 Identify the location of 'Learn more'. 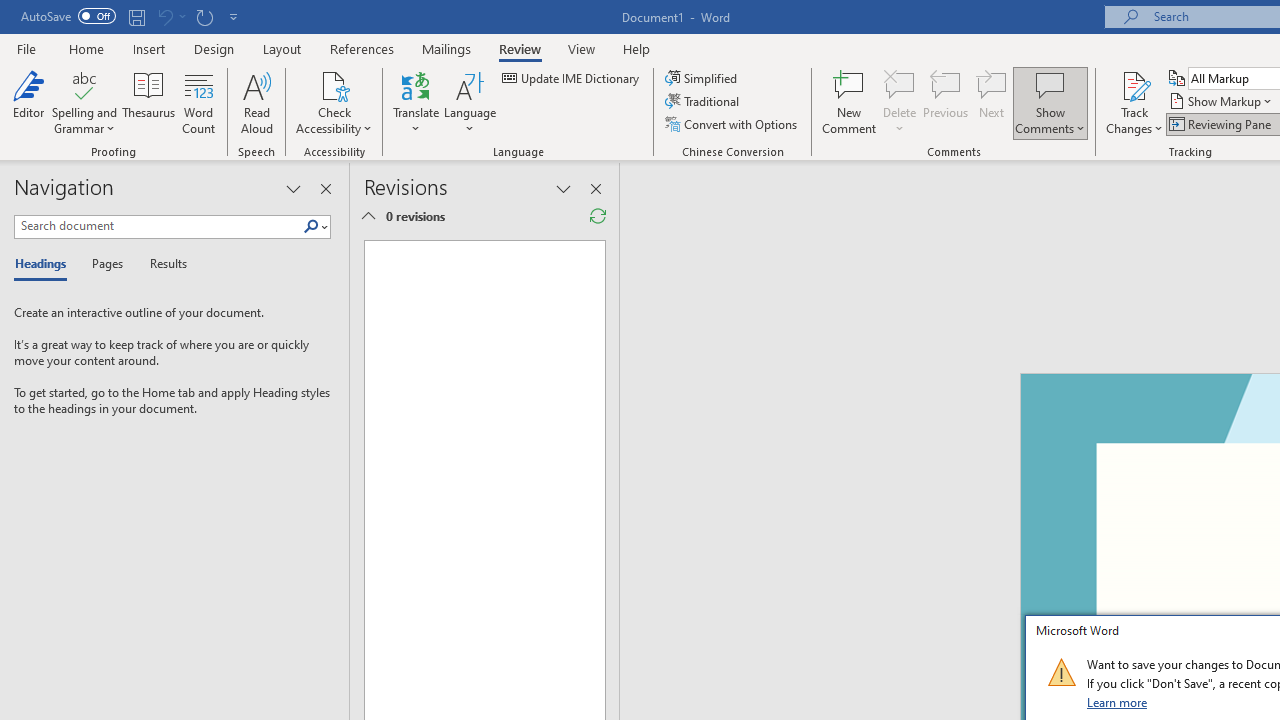
(1117, 701).